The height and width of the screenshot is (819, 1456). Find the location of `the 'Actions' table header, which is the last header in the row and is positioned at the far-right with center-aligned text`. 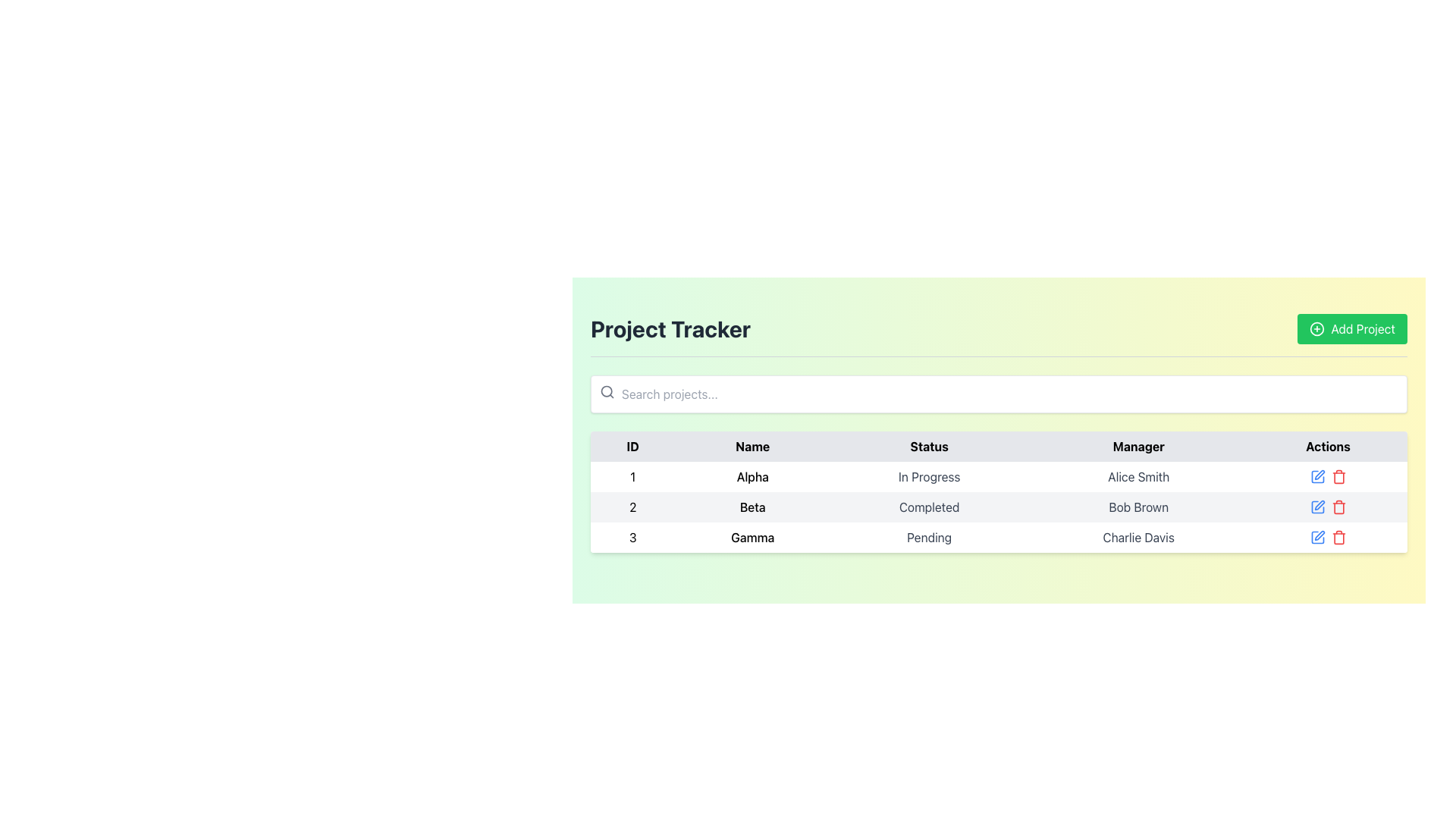

the 'Actions' table header, which is the last header in the row and is positioned at the far-right with center-aligned text is located at coordinates (1327, 446).